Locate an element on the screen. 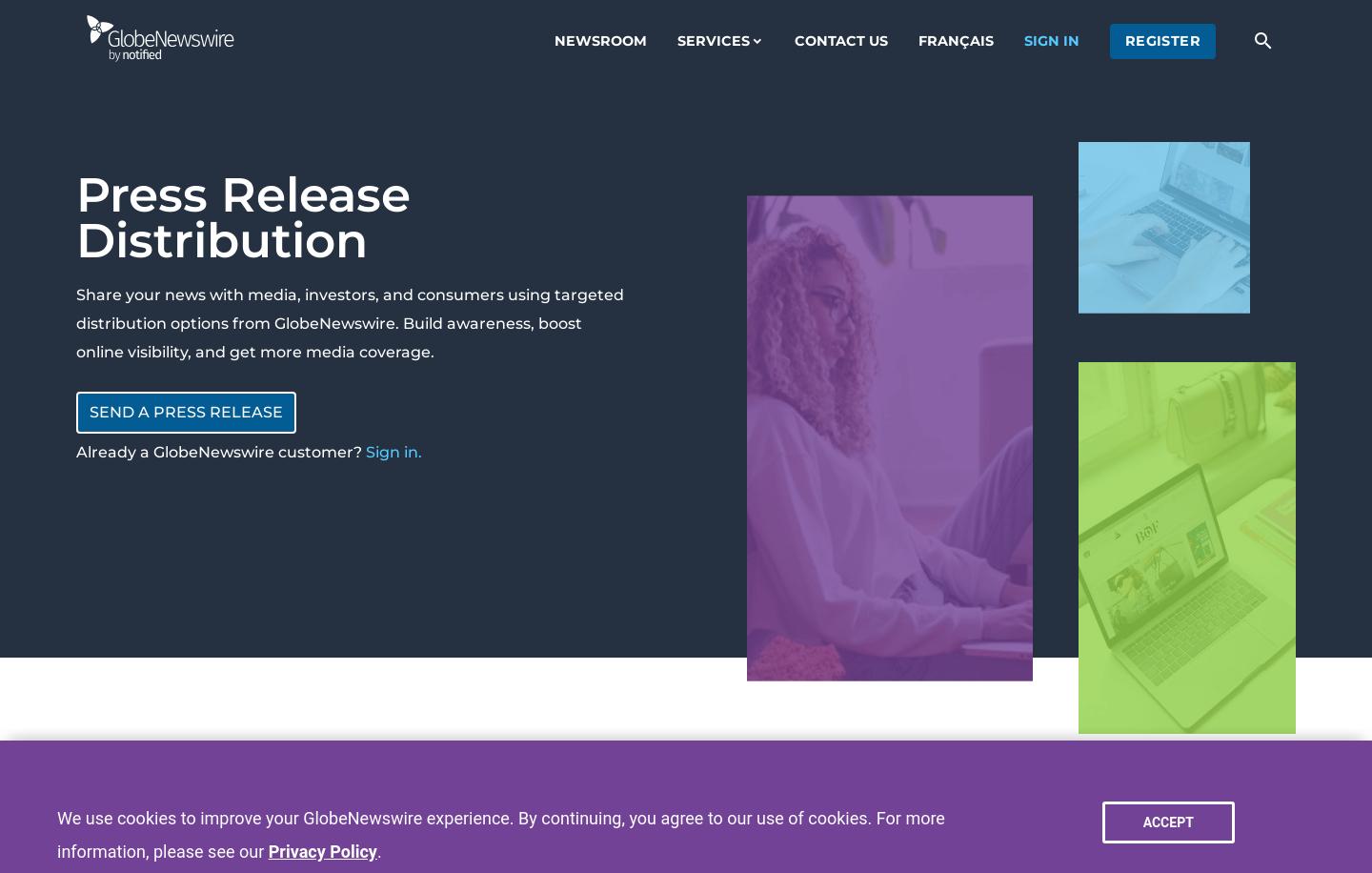  'Share your news with media, investors, and consumers using targeted distribution options from GlobeNewswire. Build awareness, boost online visibility, and get more media coverage.' is located at coordinates (349, 322).